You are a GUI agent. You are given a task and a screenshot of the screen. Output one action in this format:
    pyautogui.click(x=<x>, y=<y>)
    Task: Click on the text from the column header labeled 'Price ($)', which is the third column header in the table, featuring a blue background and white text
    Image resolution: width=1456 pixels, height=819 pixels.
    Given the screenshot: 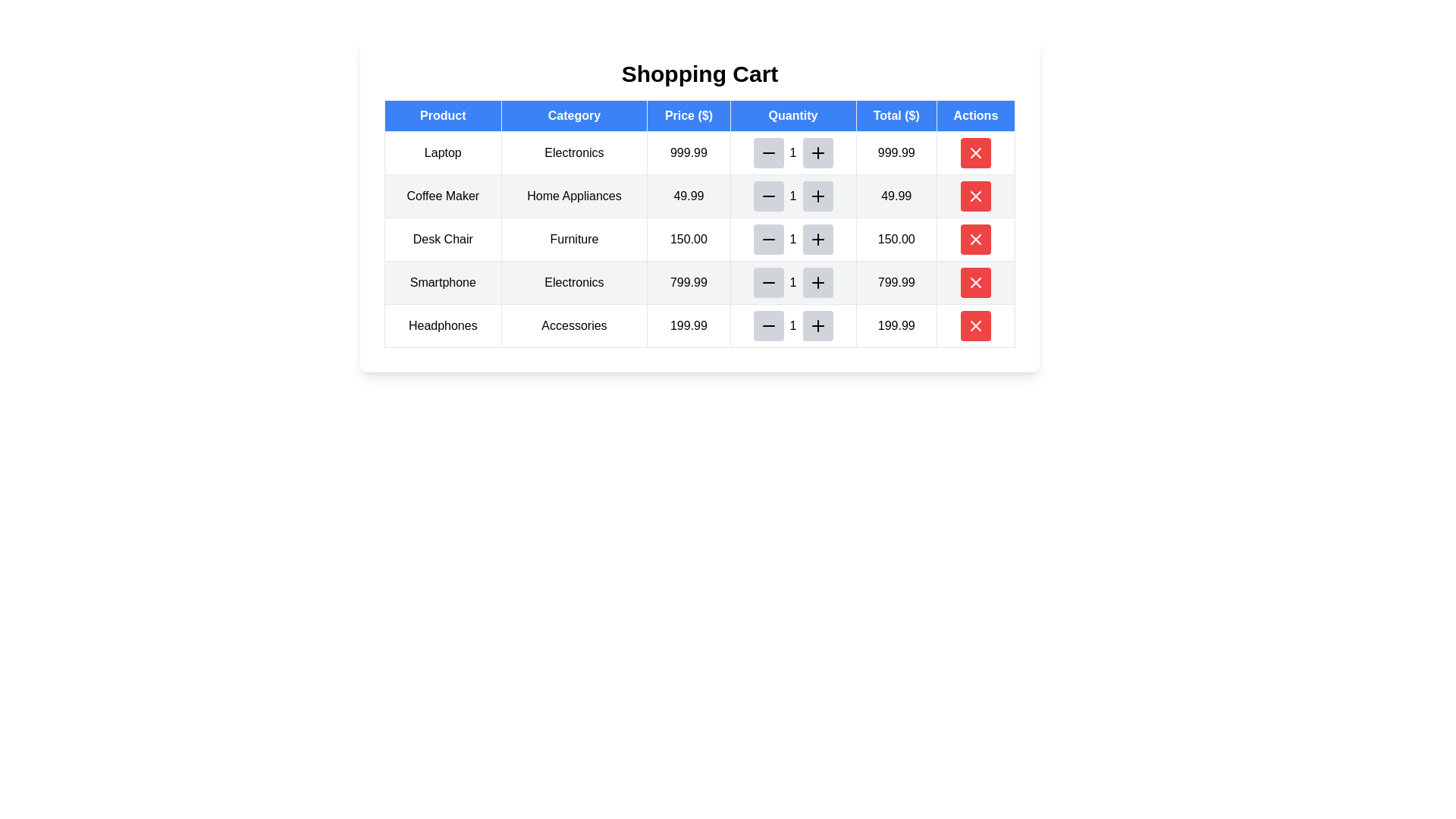 What is the action you would take?
    pyautogui.click(x=698, y=115)
    